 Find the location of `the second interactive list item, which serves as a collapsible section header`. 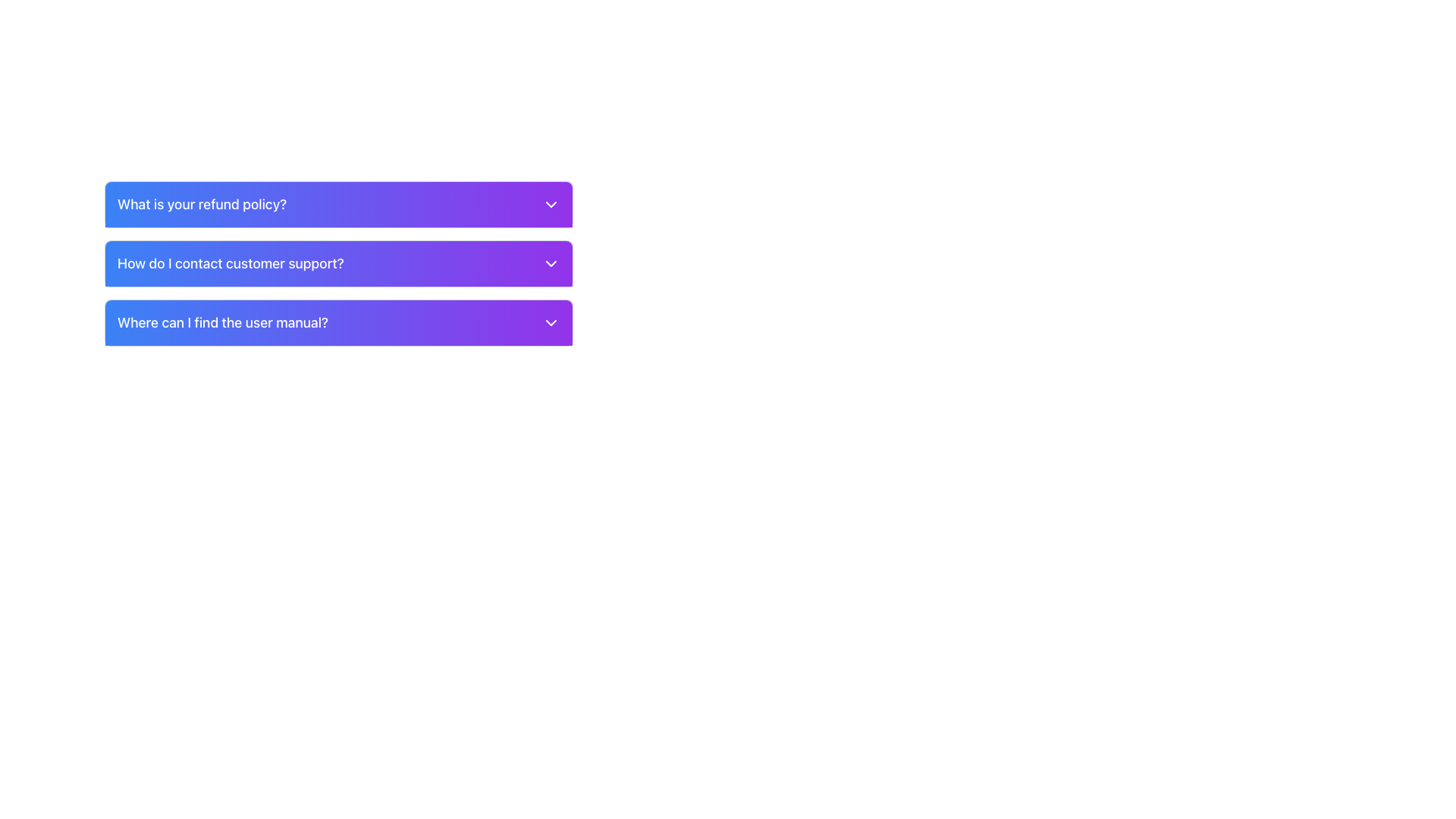

the second interactive list item, which serves as a collapsible section header is located at coordinates (337, 262).